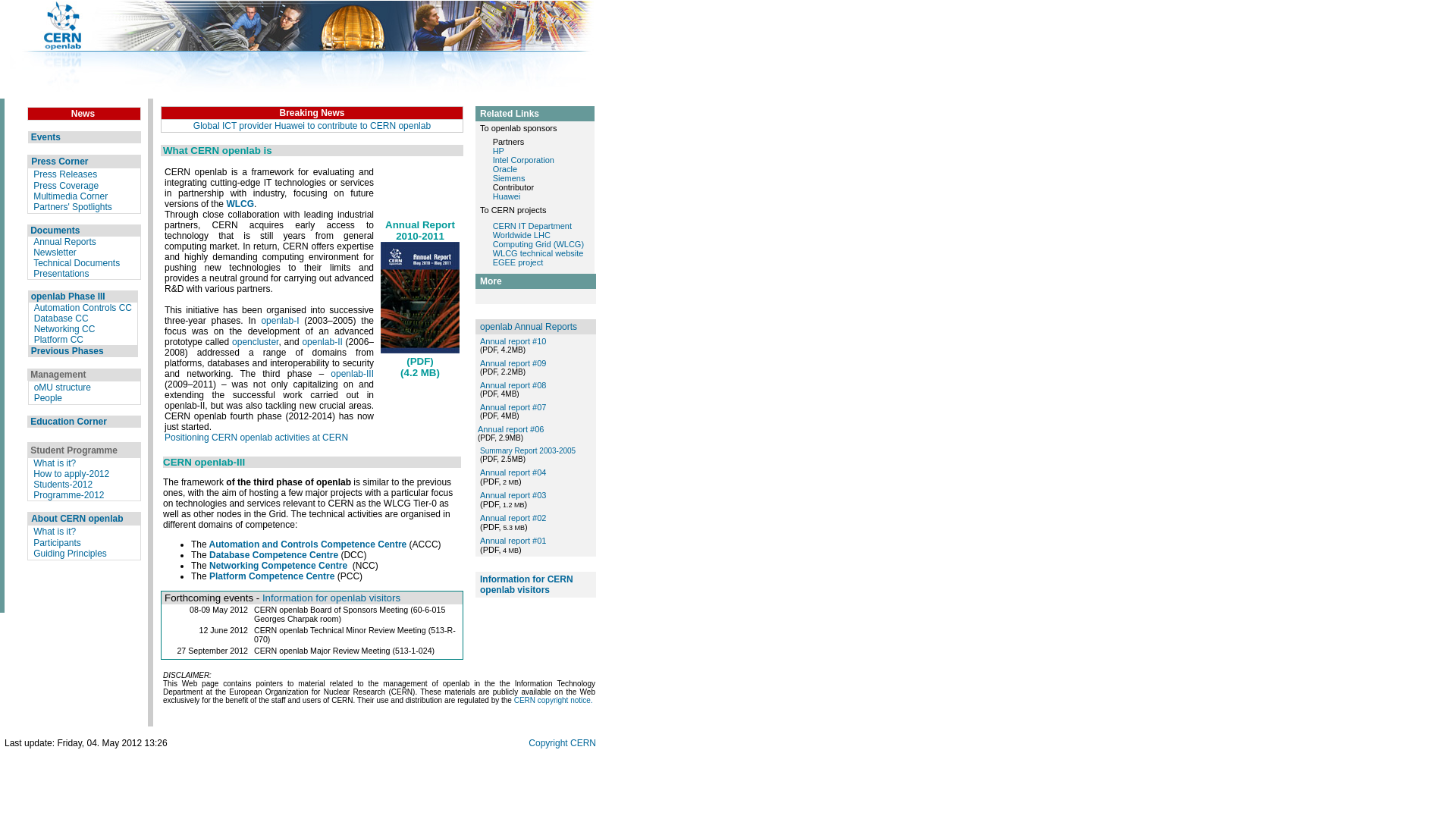 The image size is (1456, 819). What do you see at coordinates (82, 307) in the screenshot?
I see `'Automation Controls CC'` at bounding box center [82, 307].